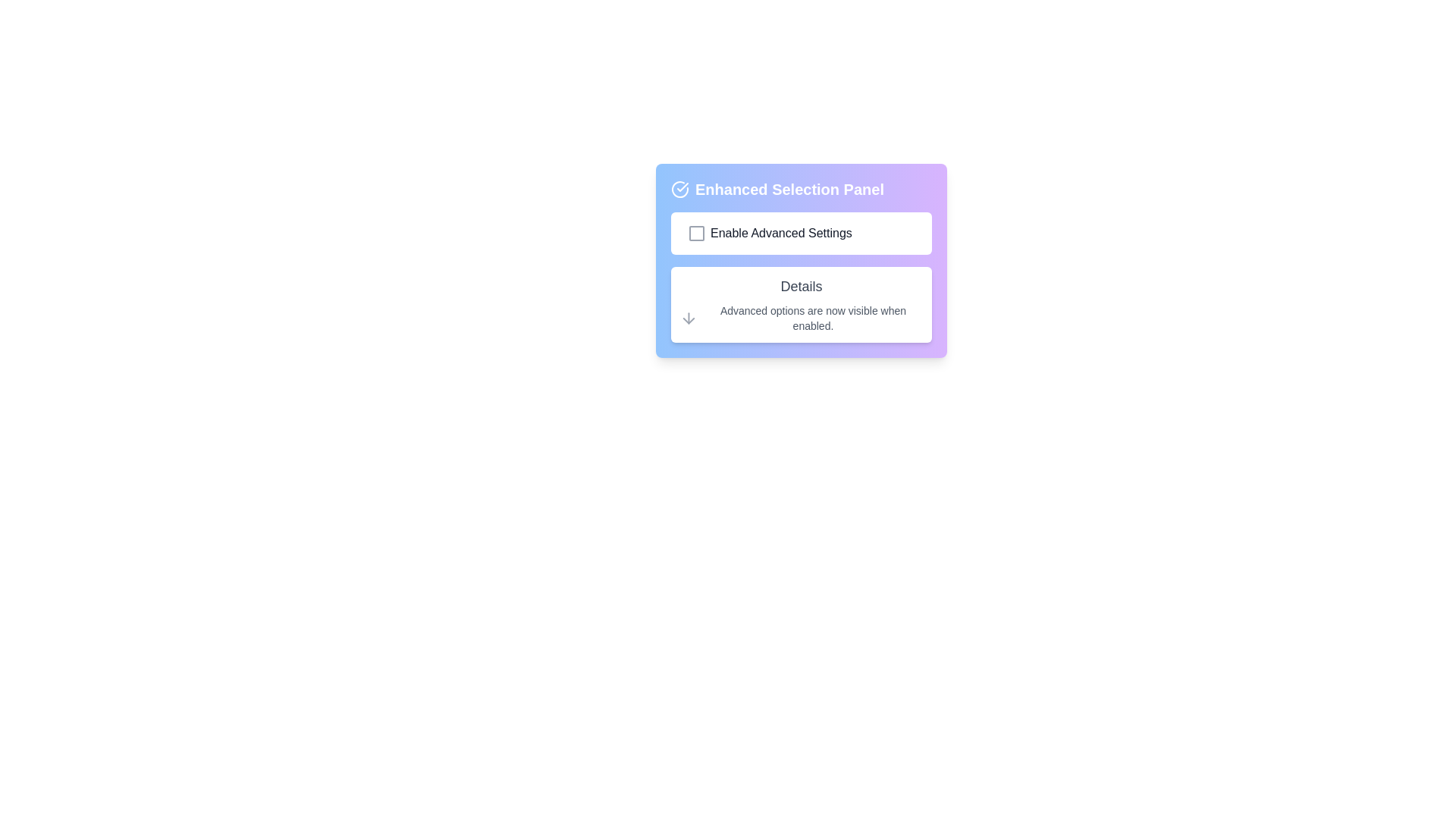  What do you see at coordinates (682, 186) in the screenshot?
I see `the checkmark icon located inside the circular border at the top-left corner of the 'Enhanced Selection Panel'` at bounding box center [682, 186].